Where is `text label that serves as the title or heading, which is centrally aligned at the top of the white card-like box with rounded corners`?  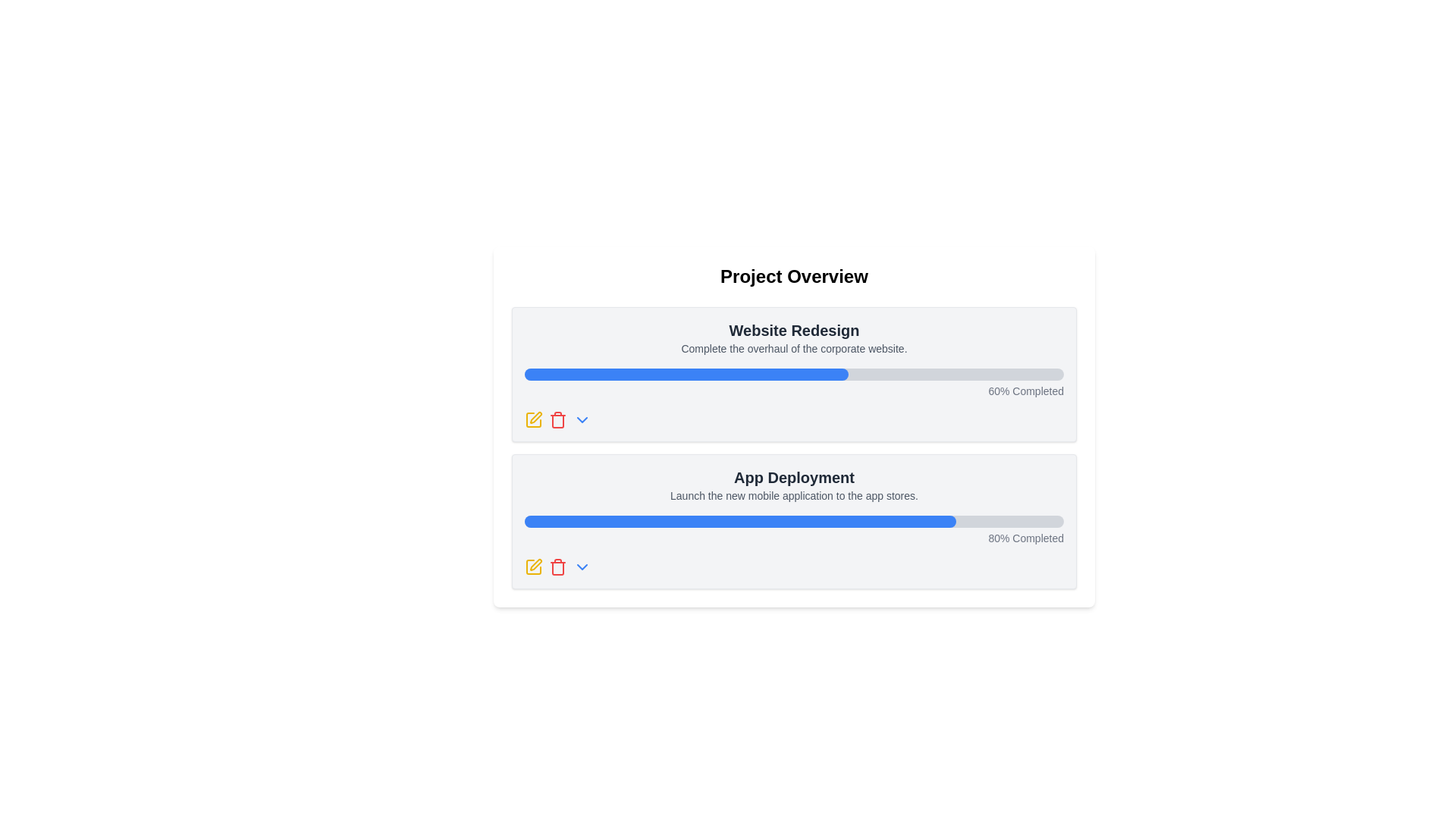 text label that serves as the title or heading, which is centrally aligned at the top of the white card-like box with rounded corners is located at coordinates (793, 277).